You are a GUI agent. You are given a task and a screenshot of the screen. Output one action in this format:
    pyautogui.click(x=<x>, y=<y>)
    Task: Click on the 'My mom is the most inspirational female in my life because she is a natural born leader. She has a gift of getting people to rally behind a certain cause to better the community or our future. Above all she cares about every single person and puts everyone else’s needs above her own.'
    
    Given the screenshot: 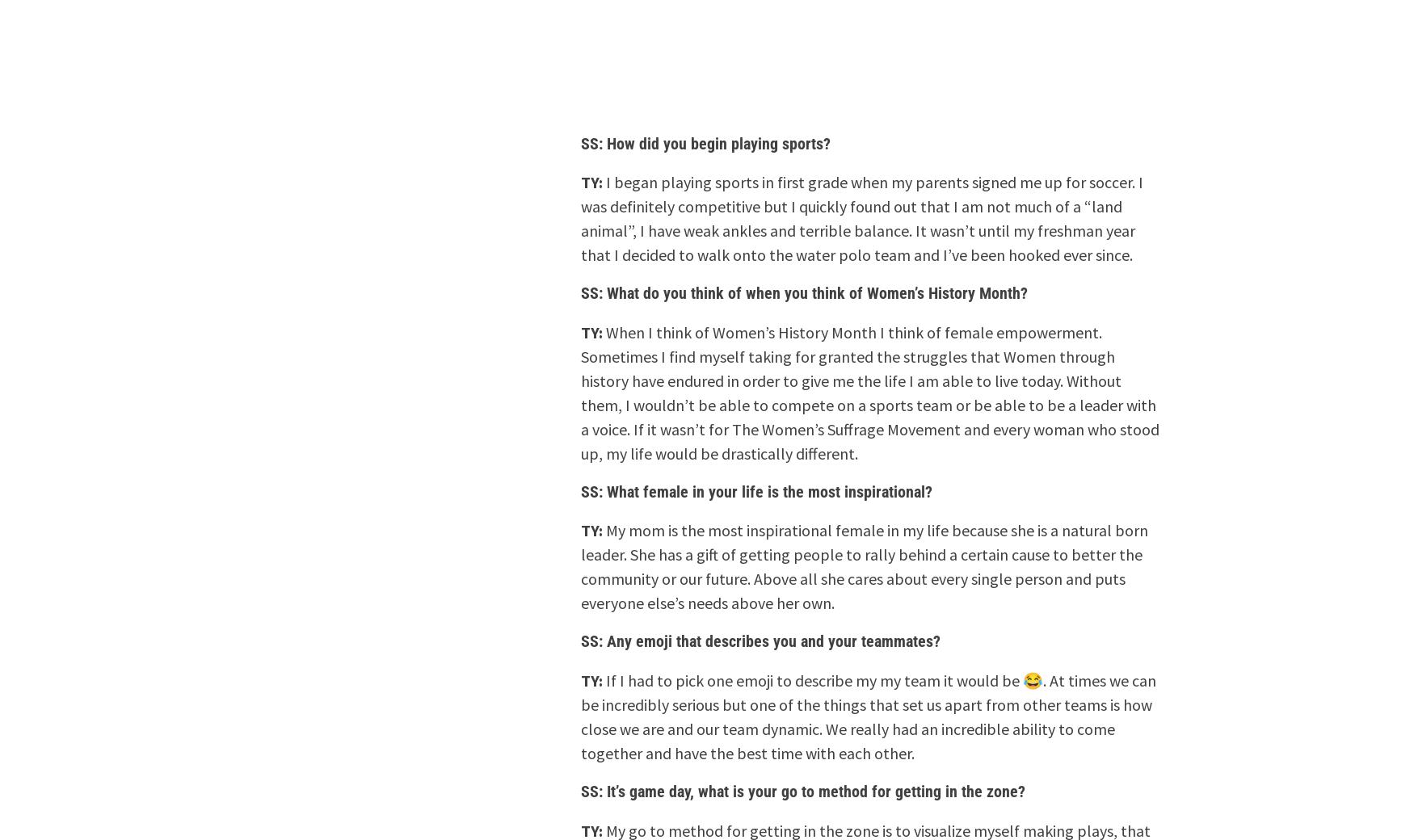 What is the action you would take?
    pyautogui.click(x=864, y=566)
    